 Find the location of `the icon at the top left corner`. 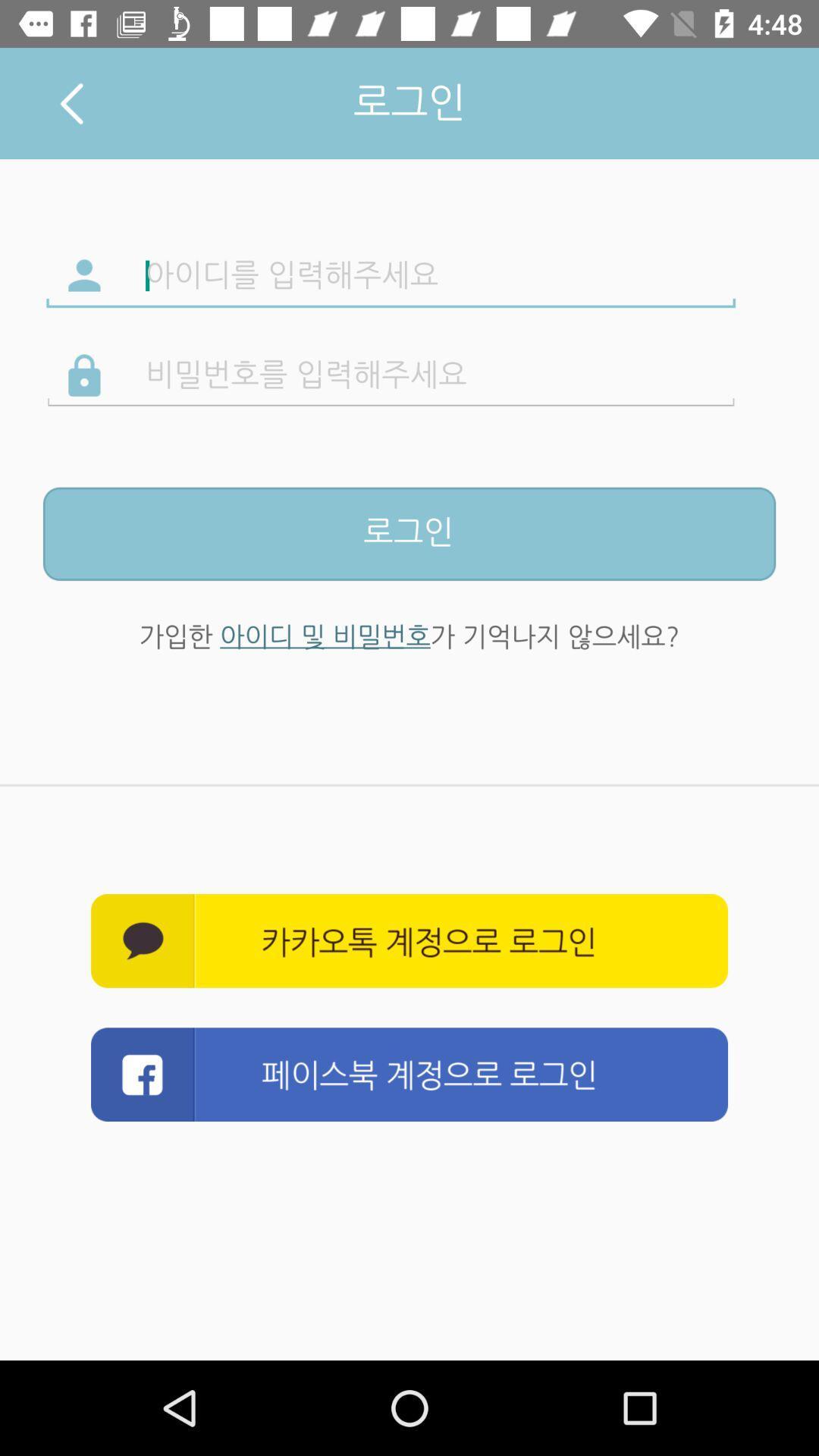

the icon at the top left corner is located at coordinates (71, 102).